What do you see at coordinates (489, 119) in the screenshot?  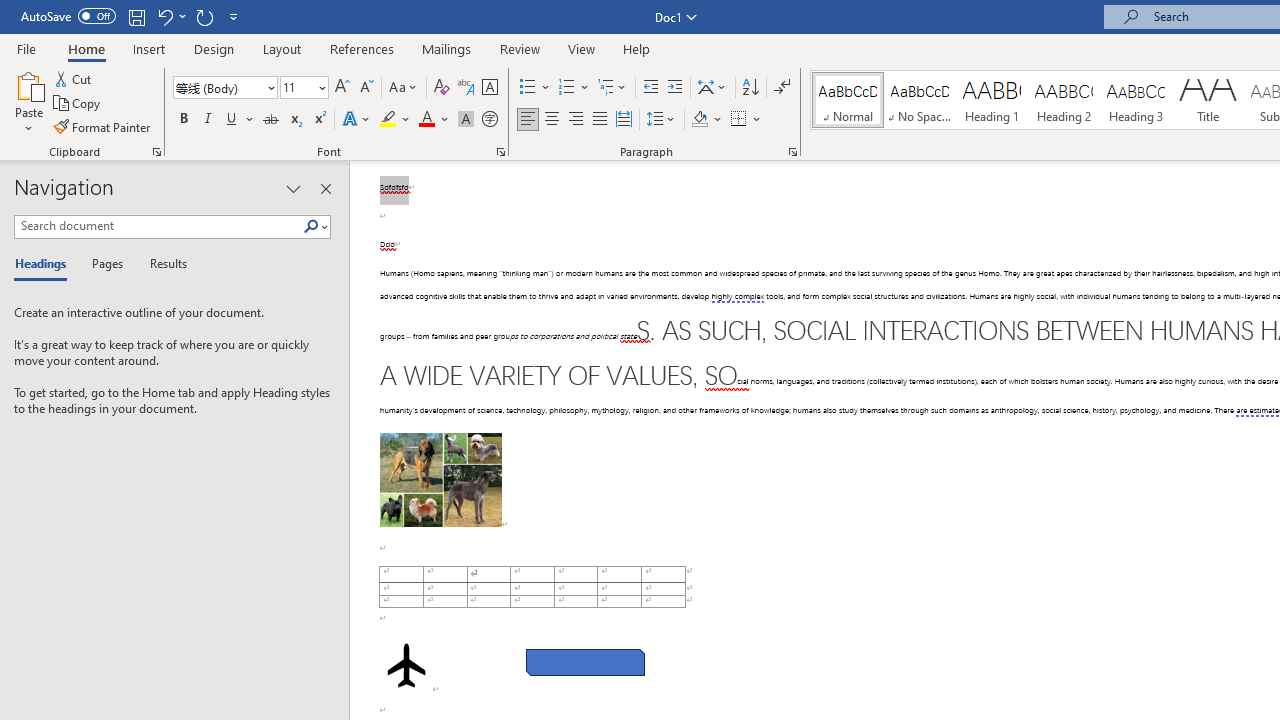 I see `'Enclose Characters...'` at bounding box center [489, 119].